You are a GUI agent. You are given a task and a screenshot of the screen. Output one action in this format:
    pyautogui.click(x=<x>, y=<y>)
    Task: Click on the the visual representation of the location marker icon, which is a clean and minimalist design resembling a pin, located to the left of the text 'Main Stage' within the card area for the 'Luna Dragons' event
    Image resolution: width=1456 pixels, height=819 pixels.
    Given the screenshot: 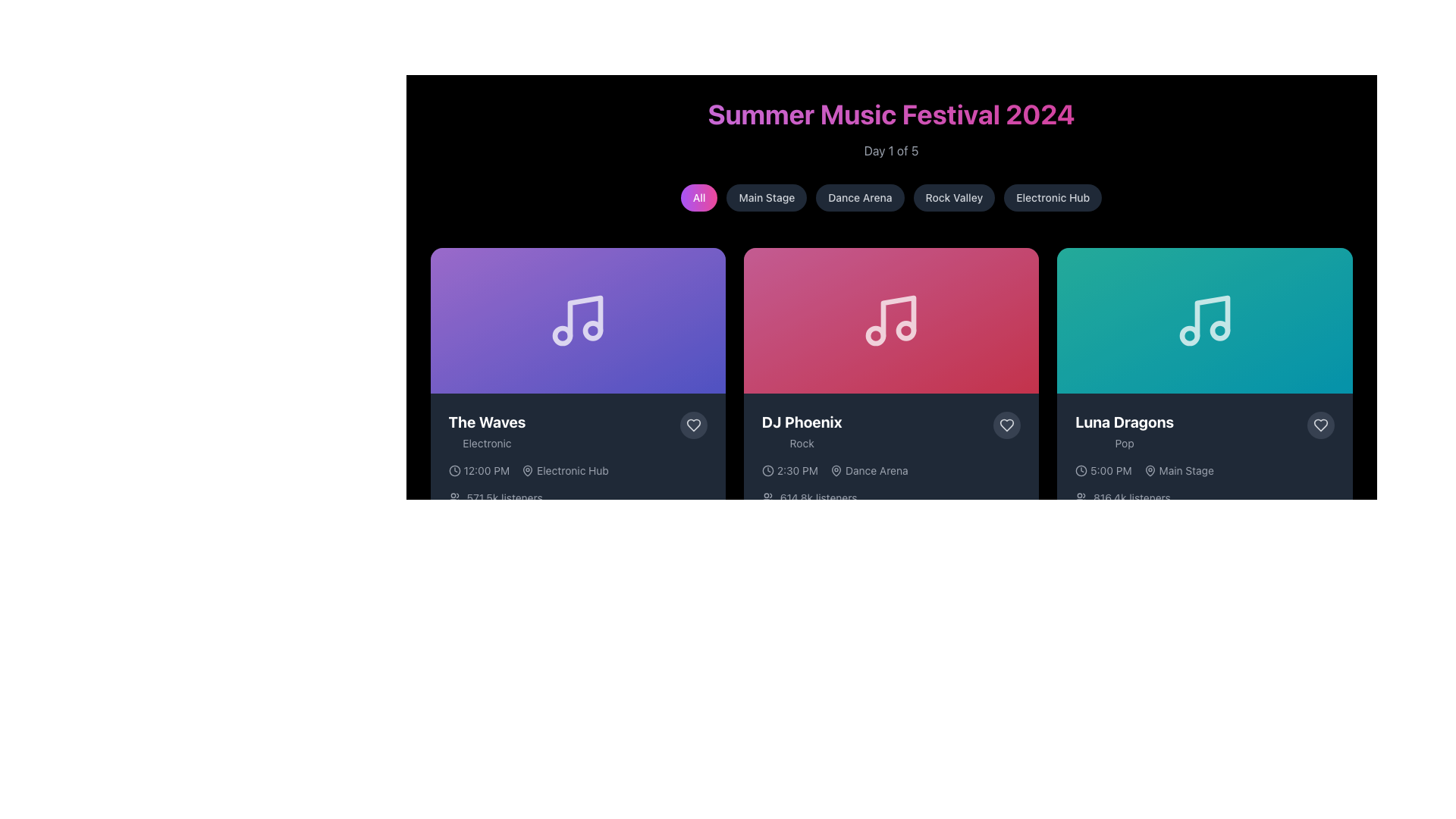 What is the action you would take?
    pyautogui.click(x=1150, y=470)
    